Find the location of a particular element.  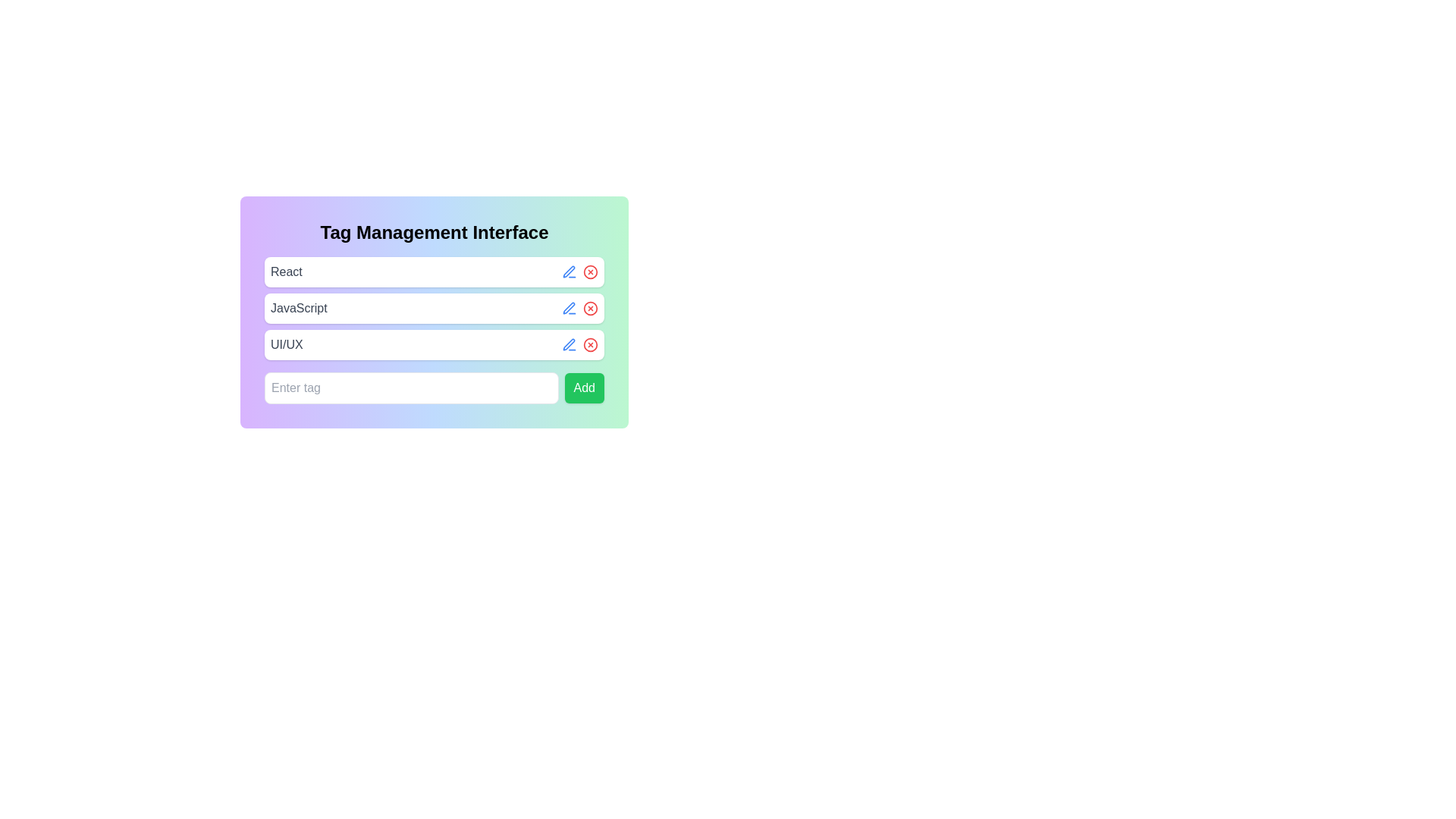

the 'JavaScript' tag element which has a white background, rounded corners, and contains a blue pencil and a red cross icon on the right is located at coordinates (433, 308).